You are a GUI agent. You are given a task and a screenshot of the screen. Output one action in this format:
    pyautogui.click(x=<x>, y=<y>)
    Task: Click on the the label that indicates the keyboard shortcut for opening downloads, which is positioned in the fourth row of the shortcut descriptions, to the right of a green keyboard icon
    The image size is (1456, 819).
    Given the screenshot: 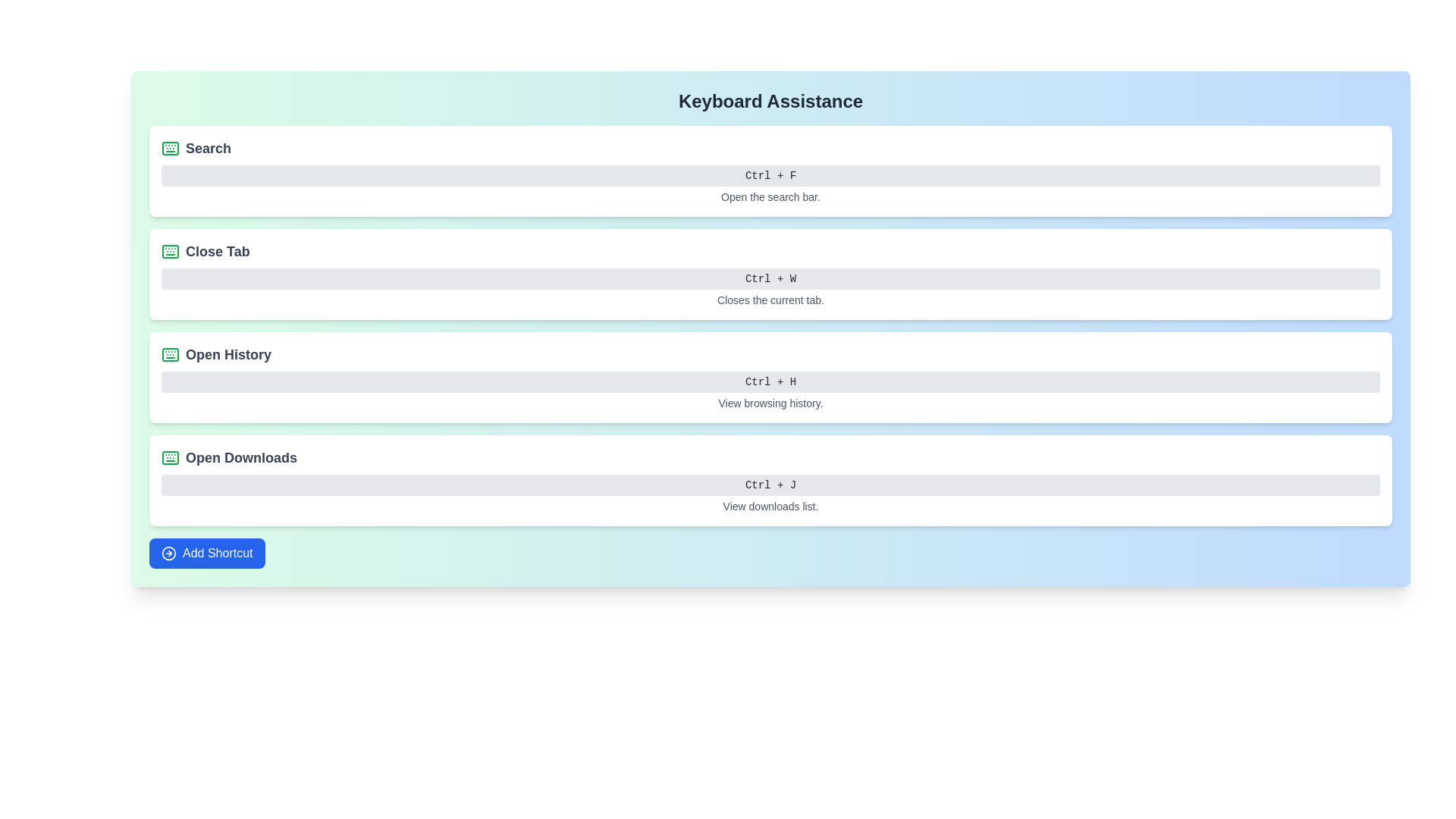 What is the action you would take?
    pyautogui.click(x=240, y=457)
    